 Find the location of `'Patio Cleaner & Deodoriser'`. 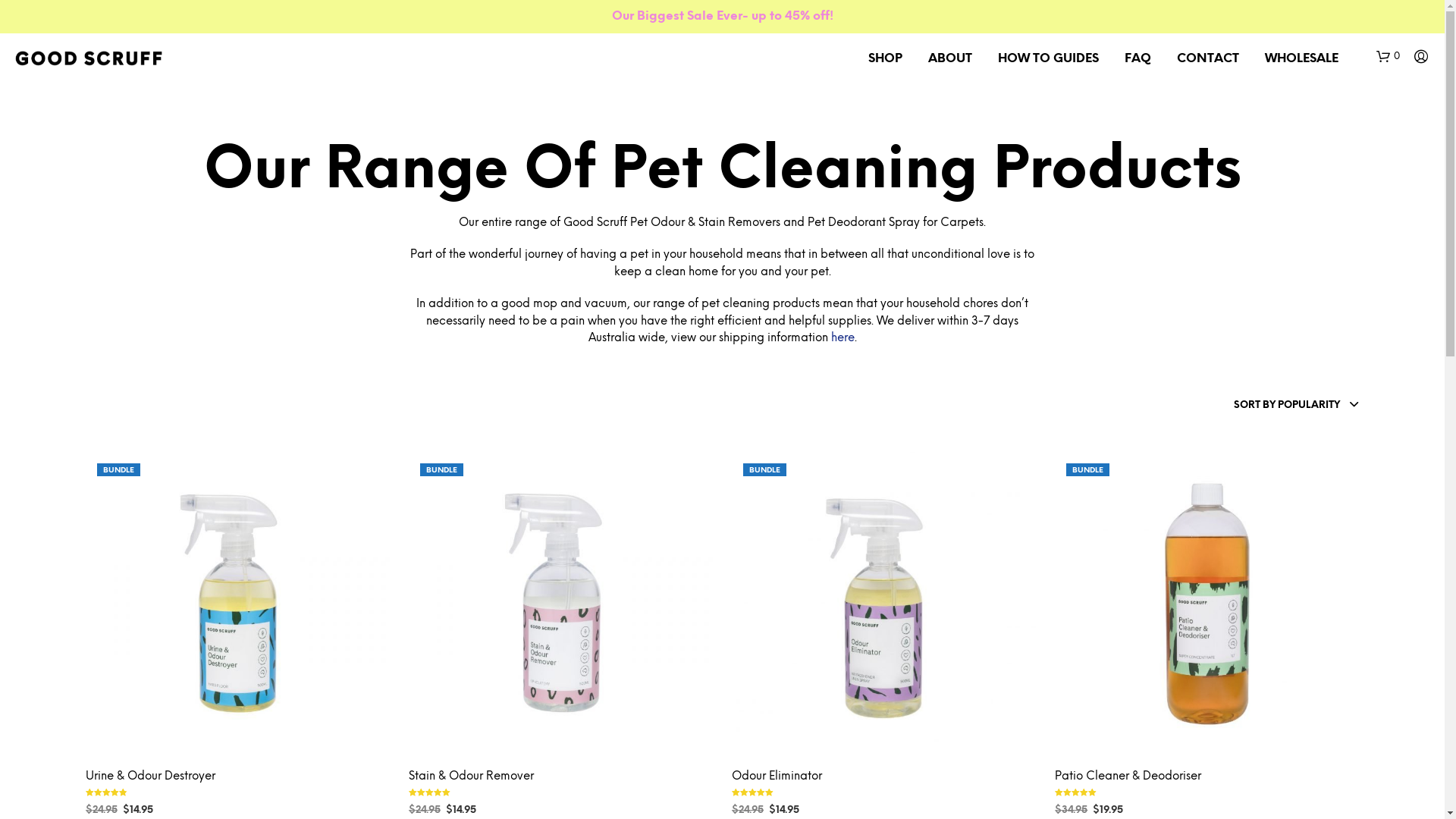

'Patio Cleaner & Deodoriser' is located at coordinates (1128, 777).